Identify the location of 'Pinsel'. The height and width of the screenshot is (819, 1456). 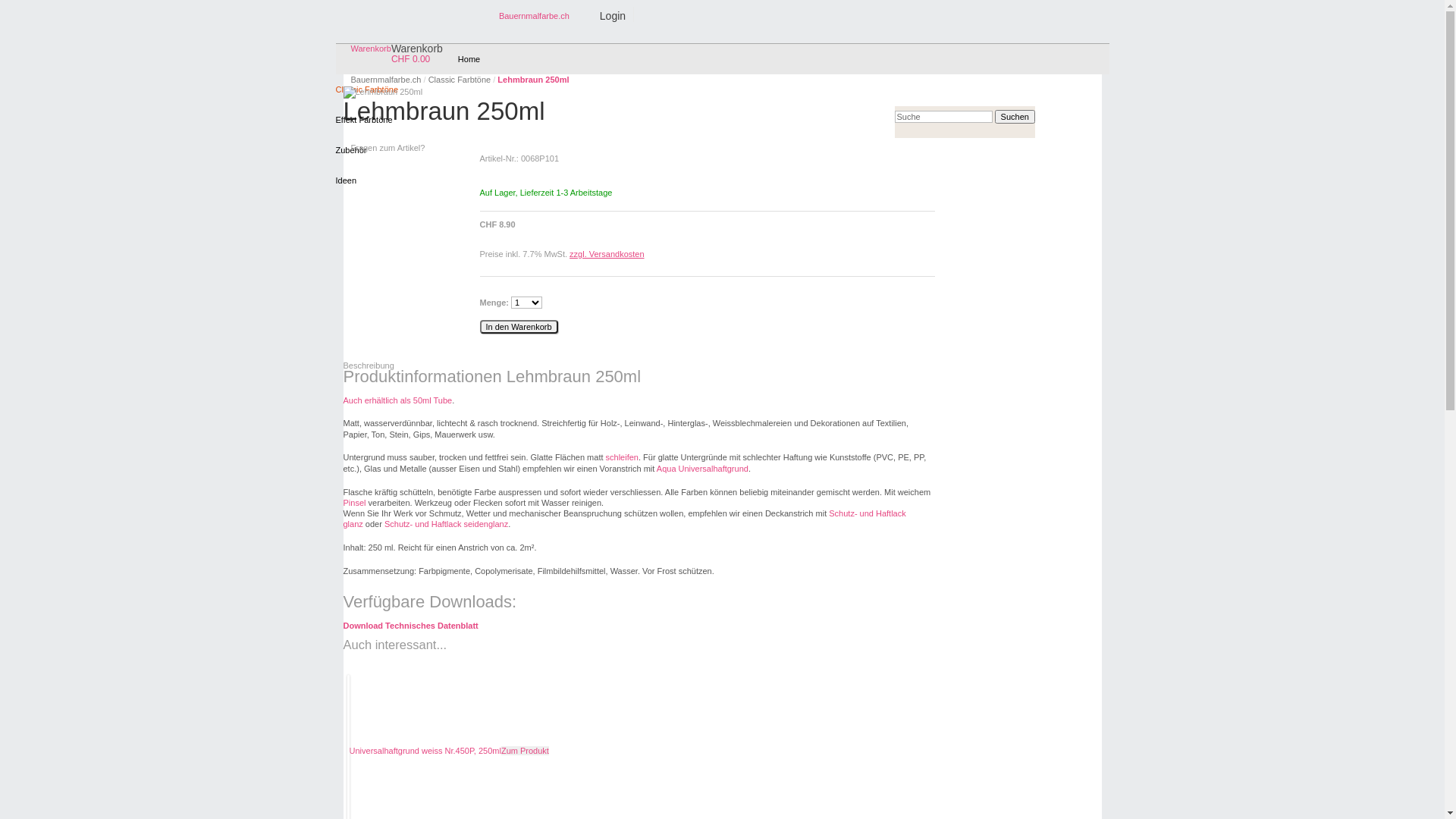
(353, 503).